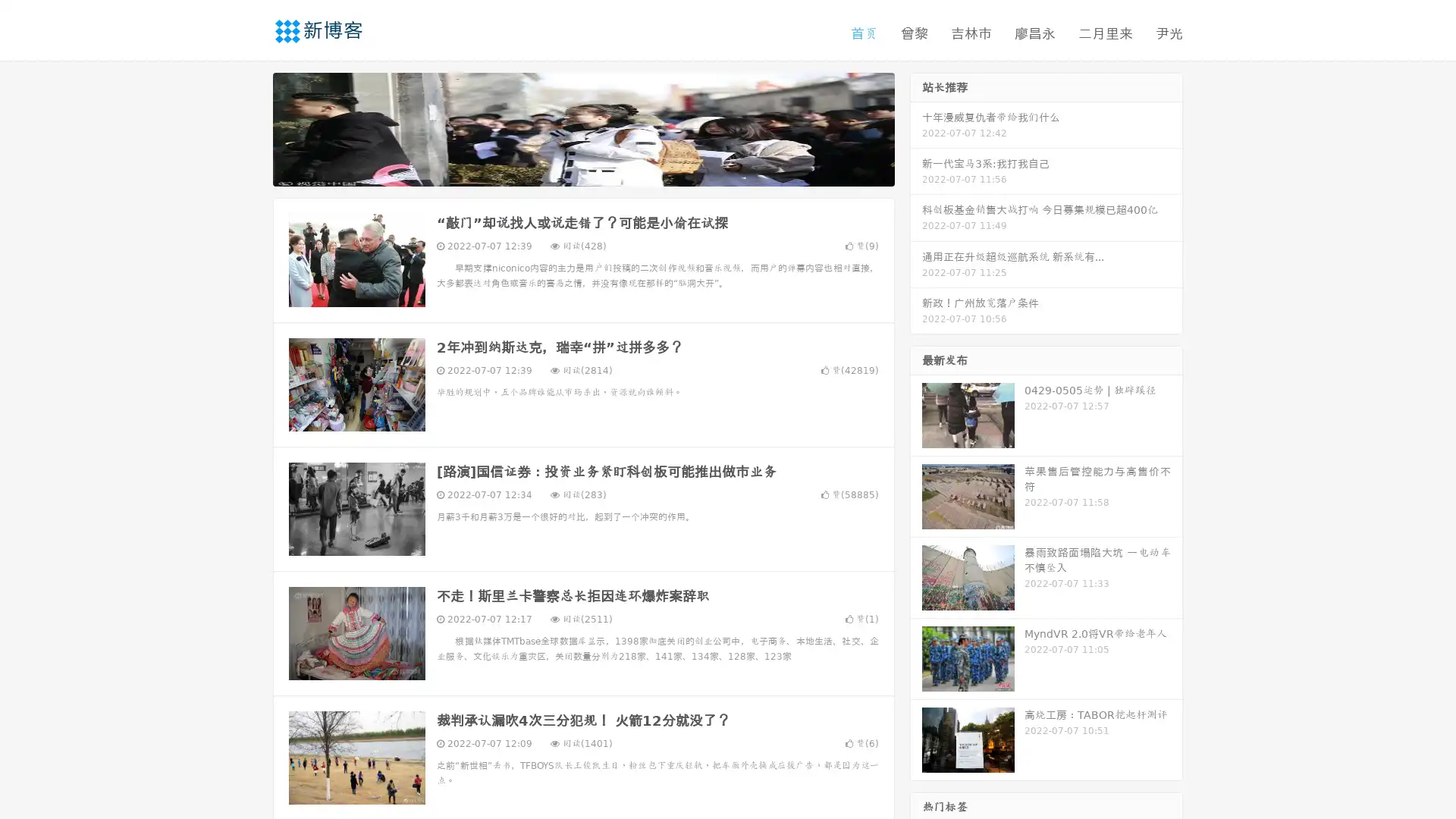  What do you see at coordinates (916, 127) in the screenshot?
I see `Next slide` at bounding box center [916, 127].